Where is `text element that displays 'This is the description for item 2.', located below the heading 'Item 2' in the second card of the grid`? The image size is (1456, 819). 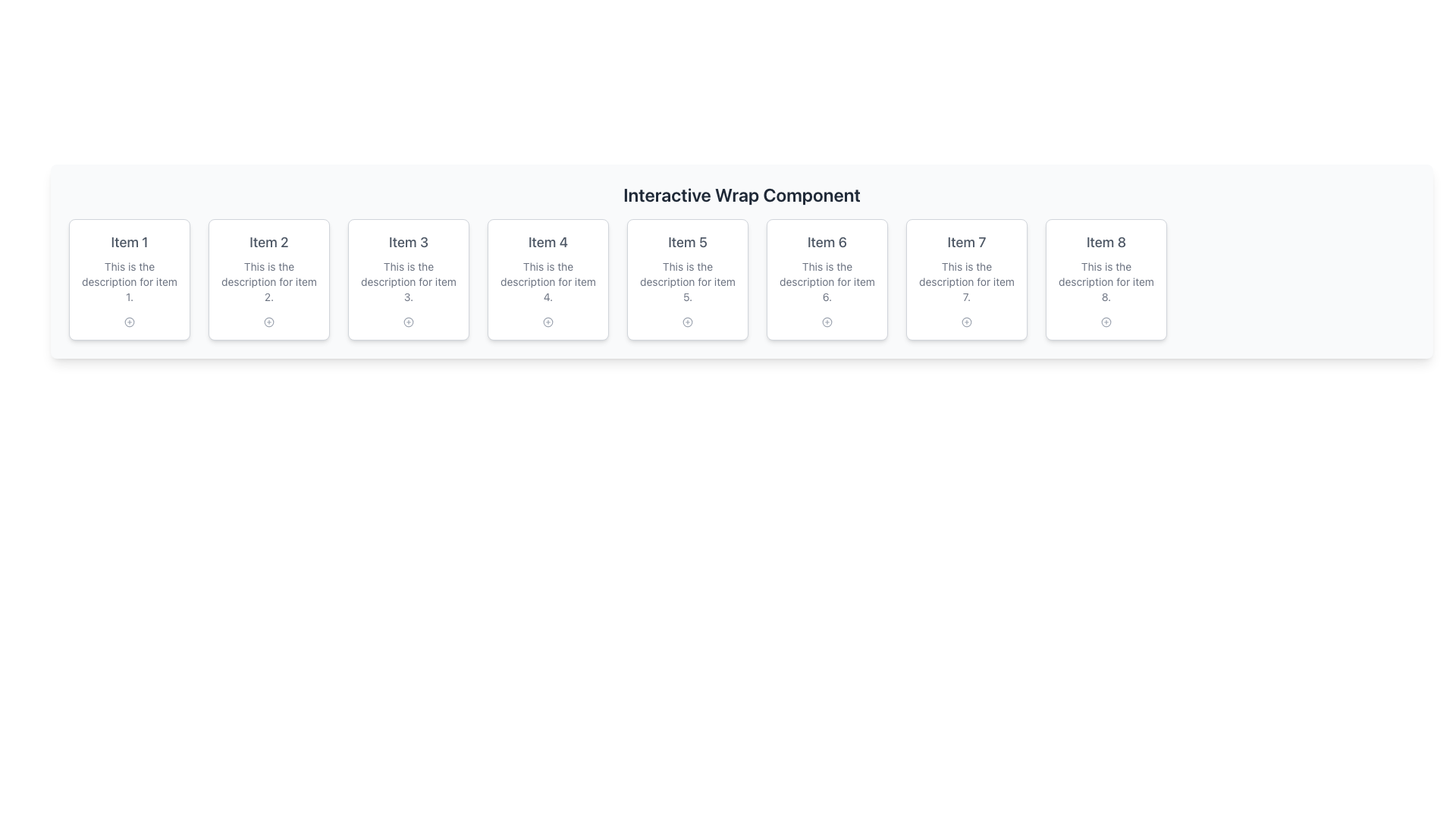 text element that displays 'This is the description for item 2.', located below the heading 'Item 2' in the second card of the grid is located at coordinates (269, 281).